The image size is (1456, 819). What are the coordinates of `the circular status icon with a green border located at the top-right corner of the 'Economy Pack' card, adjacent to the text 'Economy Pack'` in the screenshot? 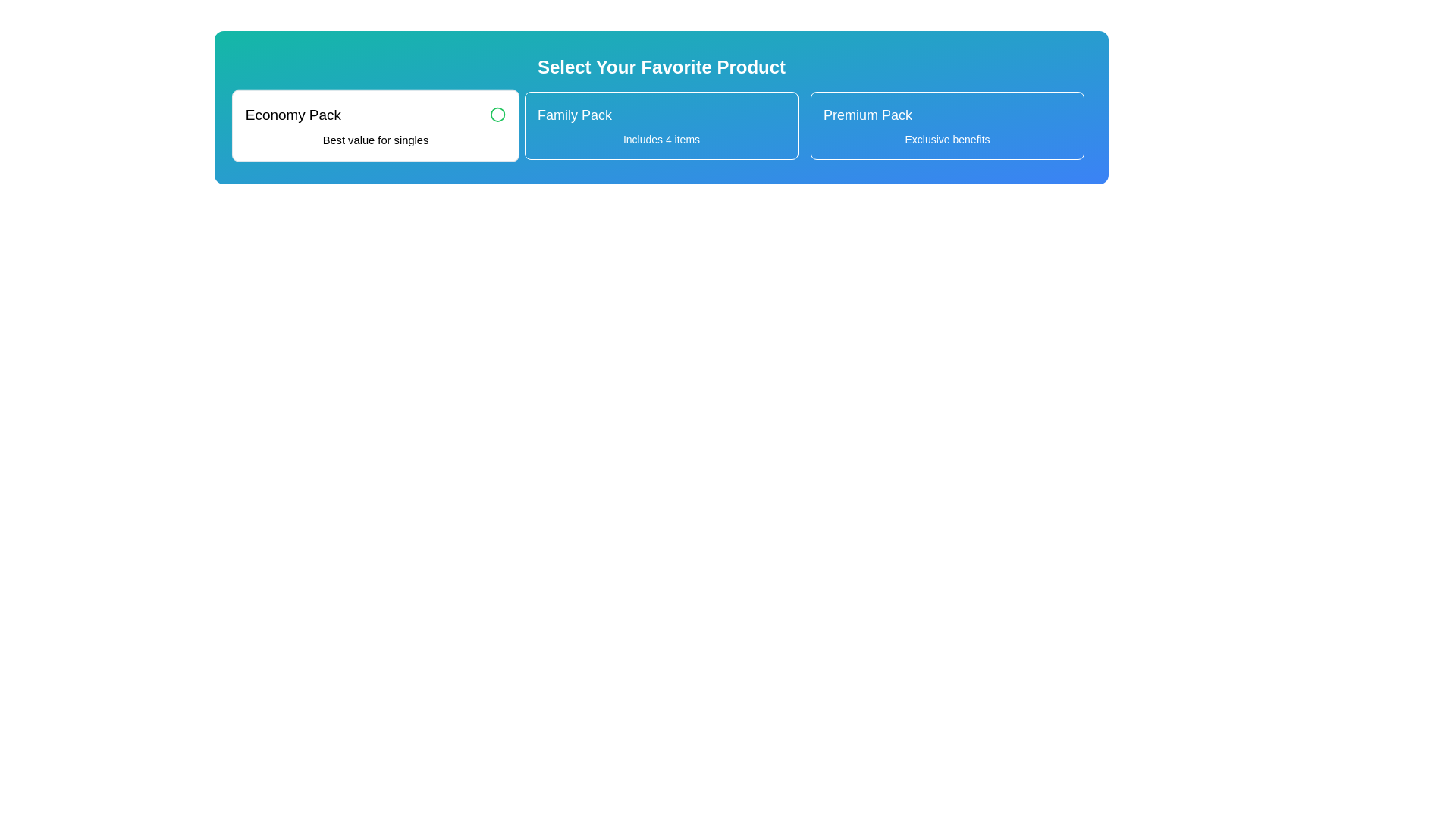 It's located at (497, 114).